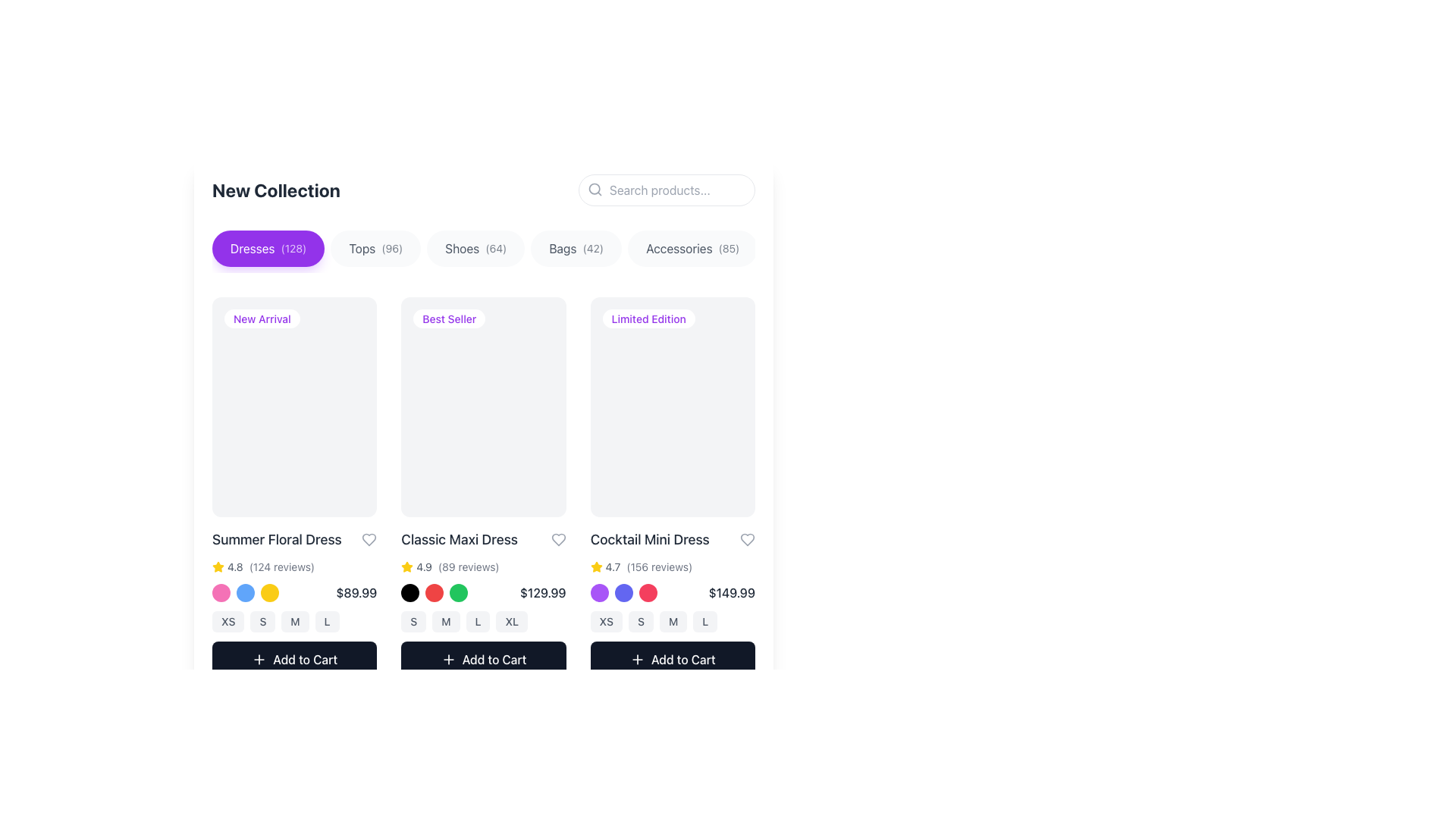 This screenshot has height=819, width=1456. Describe the element at coordinates (483, 566) in the screenshot. I see `the rating score '4.9' and review count '(89 reviews)' displayed beneath the text 'Classic Maxi Dress' in the product card layout` at that location.